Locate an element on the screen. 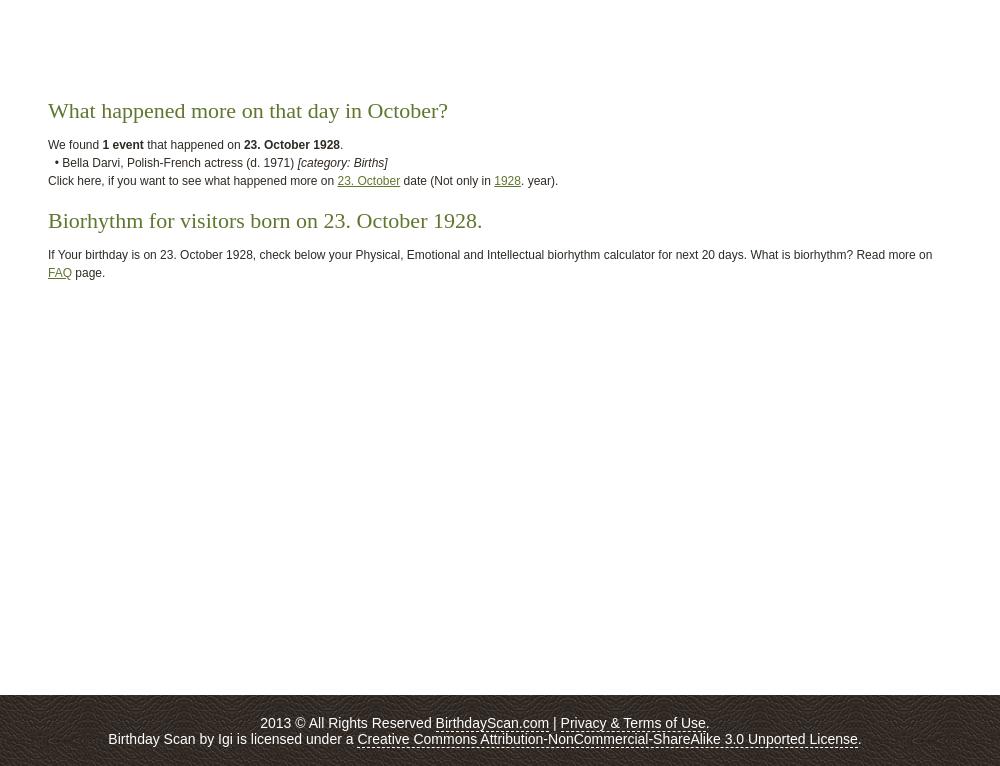  '1928' is located at coordinates (507, 180).